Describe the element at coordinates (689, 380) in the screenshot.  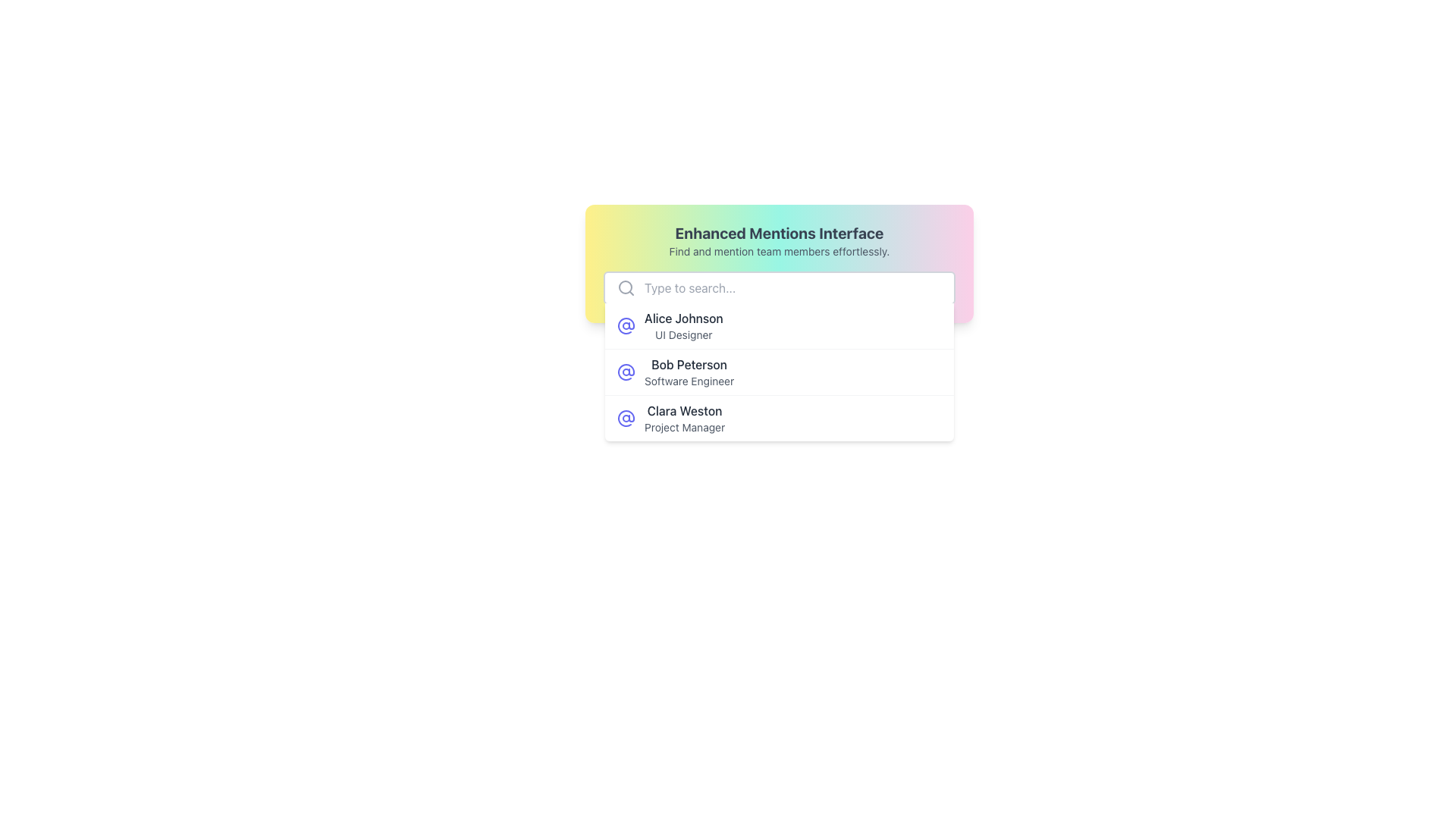
I see `text content of the subtitle 'Software Engineer' located directly below the name 'Bob Peterson' in the suggestion list` at that location.